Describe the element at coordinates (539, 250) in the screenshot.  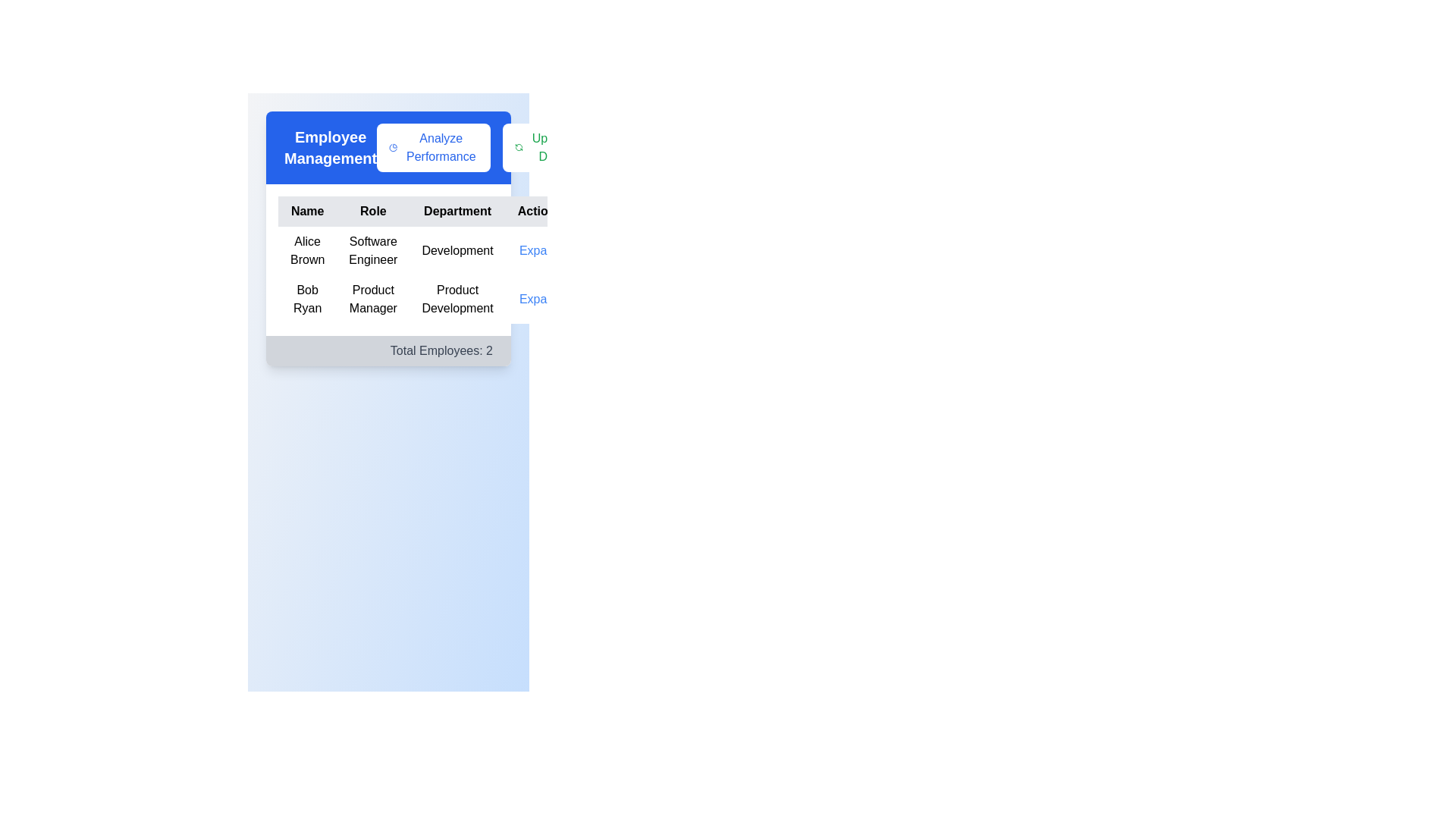
I see `the 'Expand' hyperlink styled as an action button located in the 'Action' column of the row for 'Alice Brown', 'Software Engineer', and 'Development'` at that location.